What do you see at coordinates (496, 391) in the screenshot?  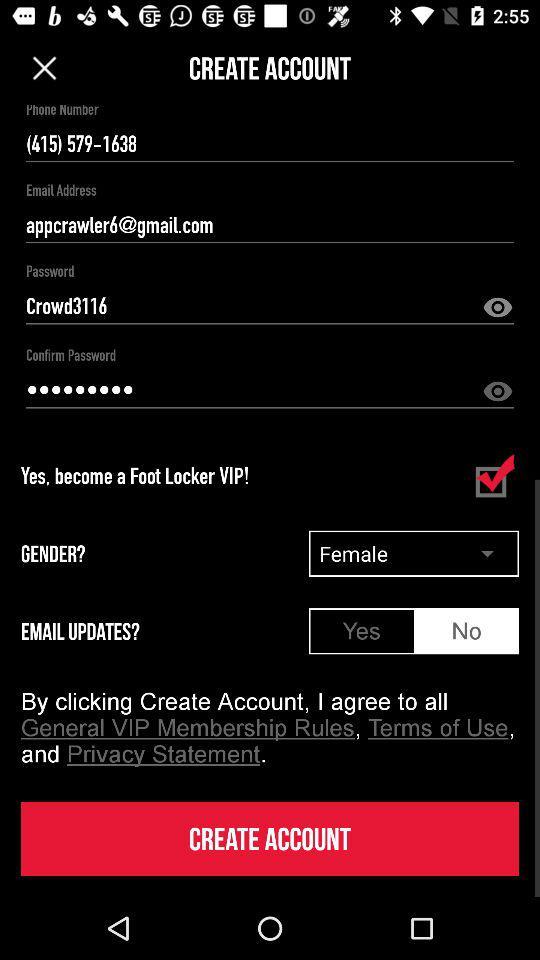 I see `for vision` at bounding box center [496, 391].